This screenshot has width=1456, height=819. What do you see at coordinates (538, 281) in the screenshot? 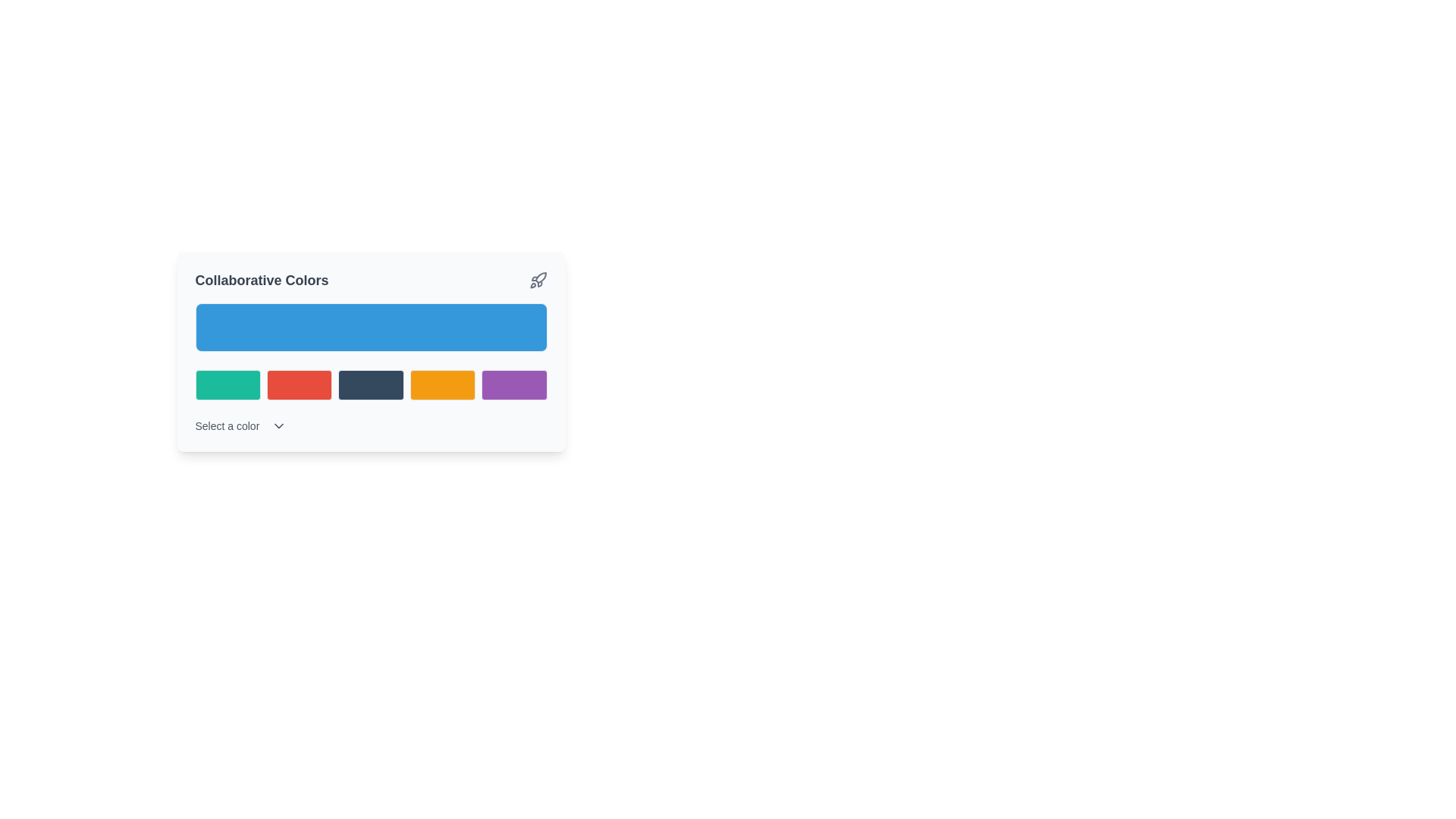
I see `the icon located to the right of the text 'Collaborative Colors'` at bounding box center [538, 281].